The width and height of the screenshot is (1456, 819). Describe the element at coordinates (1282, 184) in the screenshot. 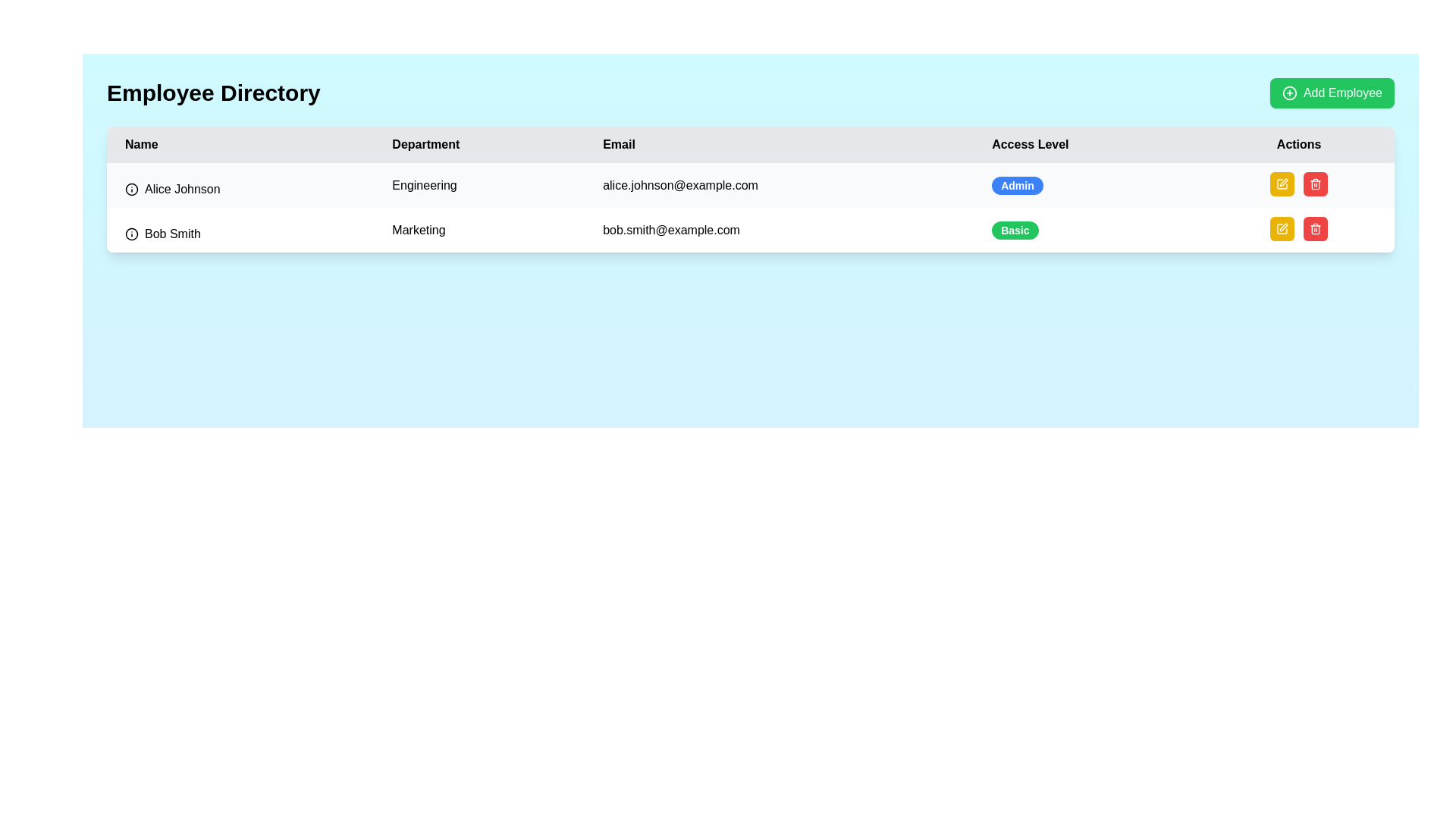

I see `button with a yellow background and white text located in the 'Actions' column of the second row, positioned just before the red trash icon button` at that location.